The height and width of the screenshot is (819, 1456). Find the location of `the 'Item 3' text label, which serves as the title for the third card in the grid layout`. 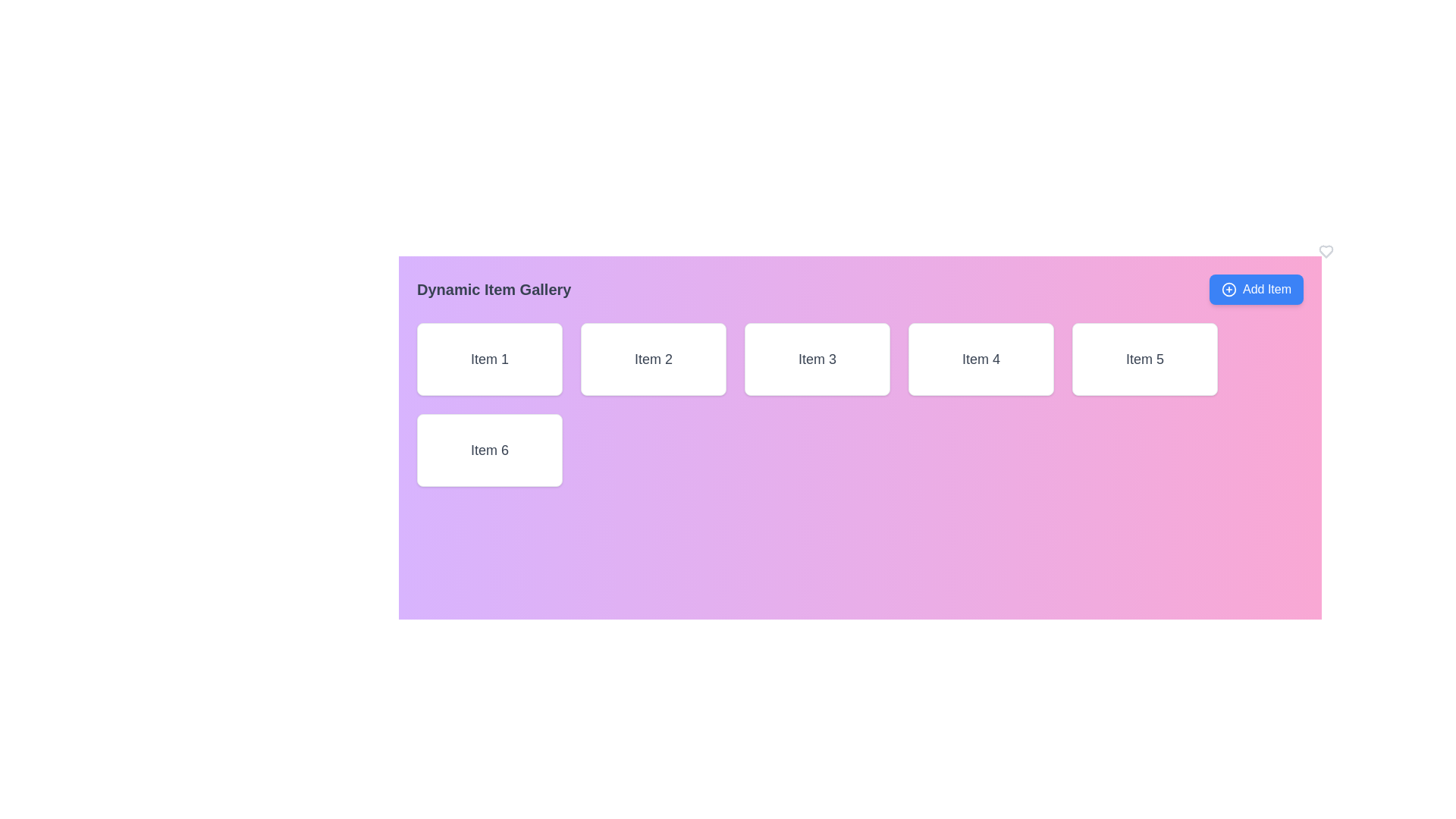

the 'Item 3' text label, which serves as the title for the third card in the grid layout is located at coordinates (817, 359).